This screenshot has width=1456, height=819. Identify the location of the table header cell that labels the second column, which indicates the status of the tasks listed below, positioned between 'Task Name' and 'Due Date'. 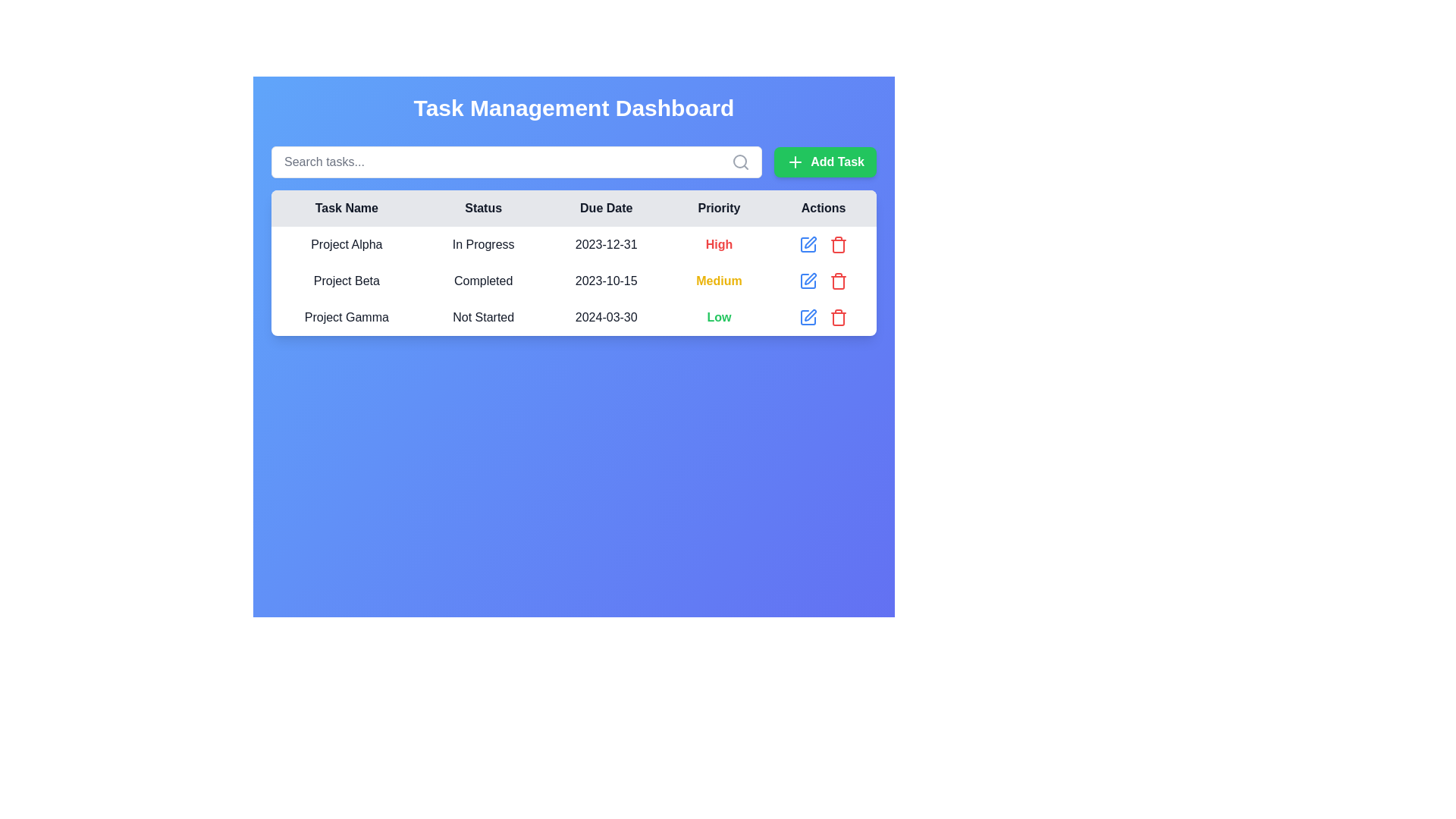
(482, 208).